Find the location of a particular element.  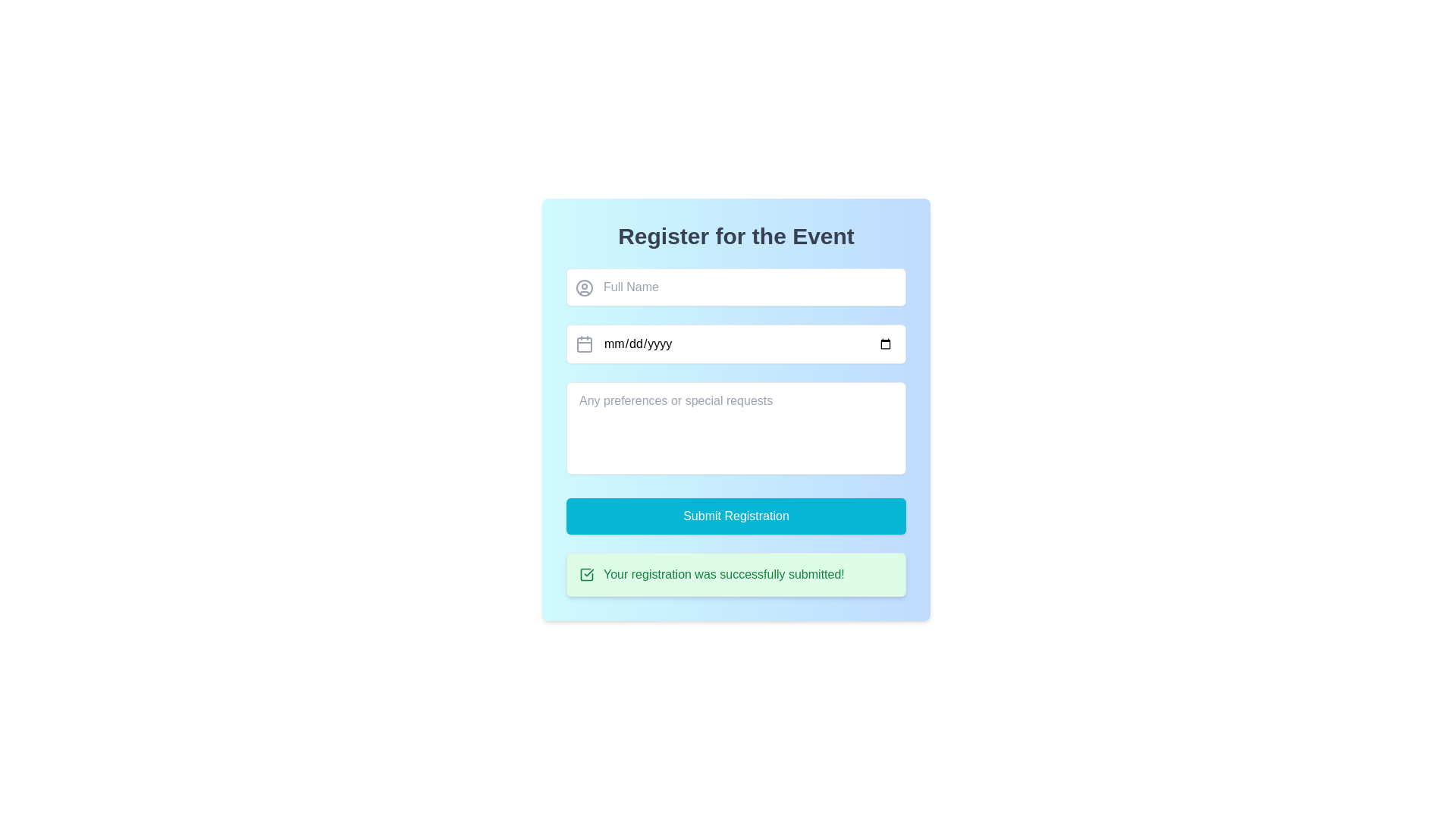

the date selection icon located on the left side of the date input field, near its top-left corner is located at coordinates (584, 344).